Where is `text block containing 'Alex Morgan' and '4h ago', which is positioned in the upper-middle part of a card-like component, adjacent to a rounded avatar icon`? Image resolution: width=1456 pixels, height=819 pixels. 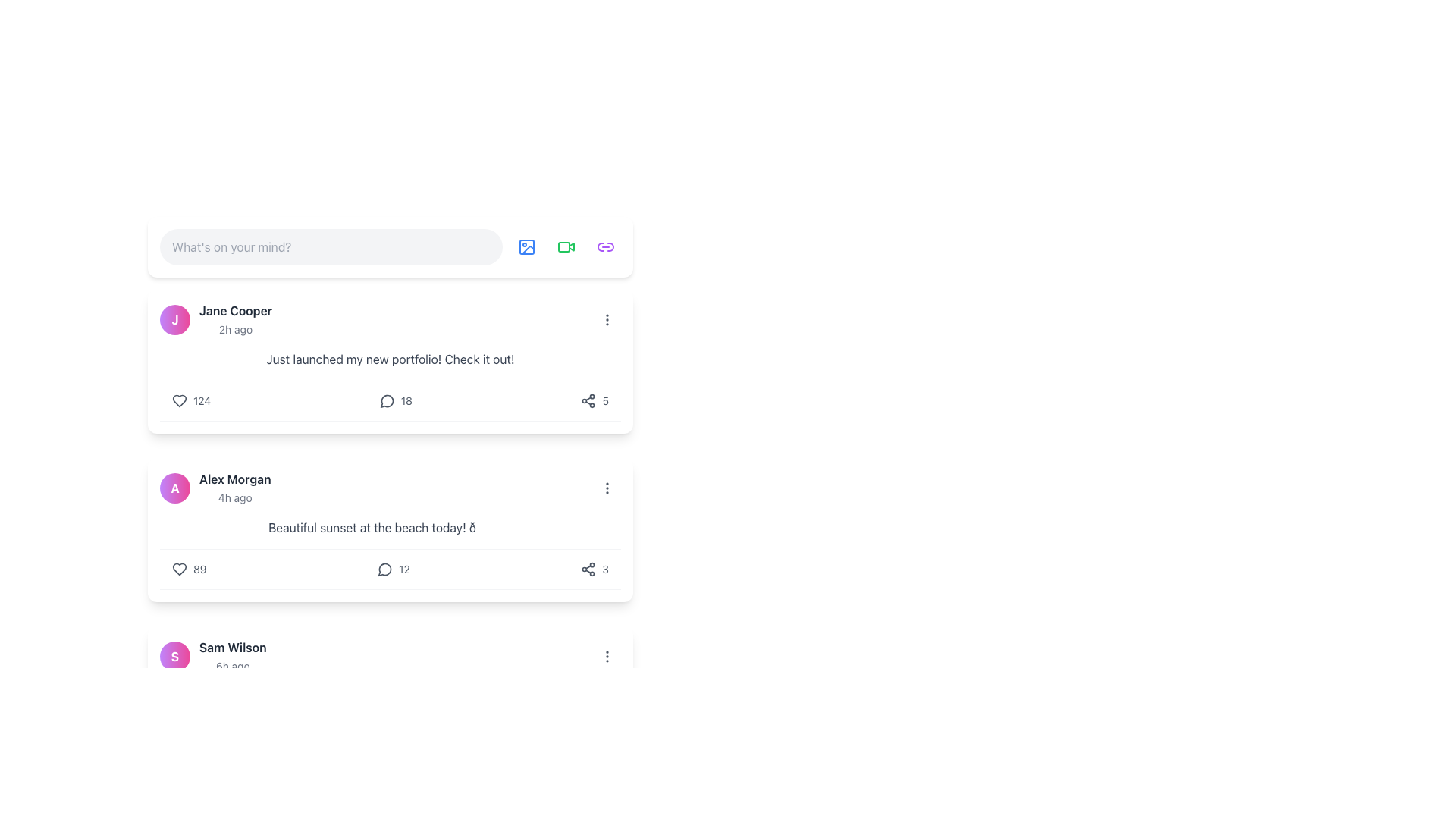 text block containing 'Alex Morgan' and '4h ago', which is positioned in the upper-middle part of a card-like component, adjacent to a rounded avatar icon is located at coordinates (234, 488).